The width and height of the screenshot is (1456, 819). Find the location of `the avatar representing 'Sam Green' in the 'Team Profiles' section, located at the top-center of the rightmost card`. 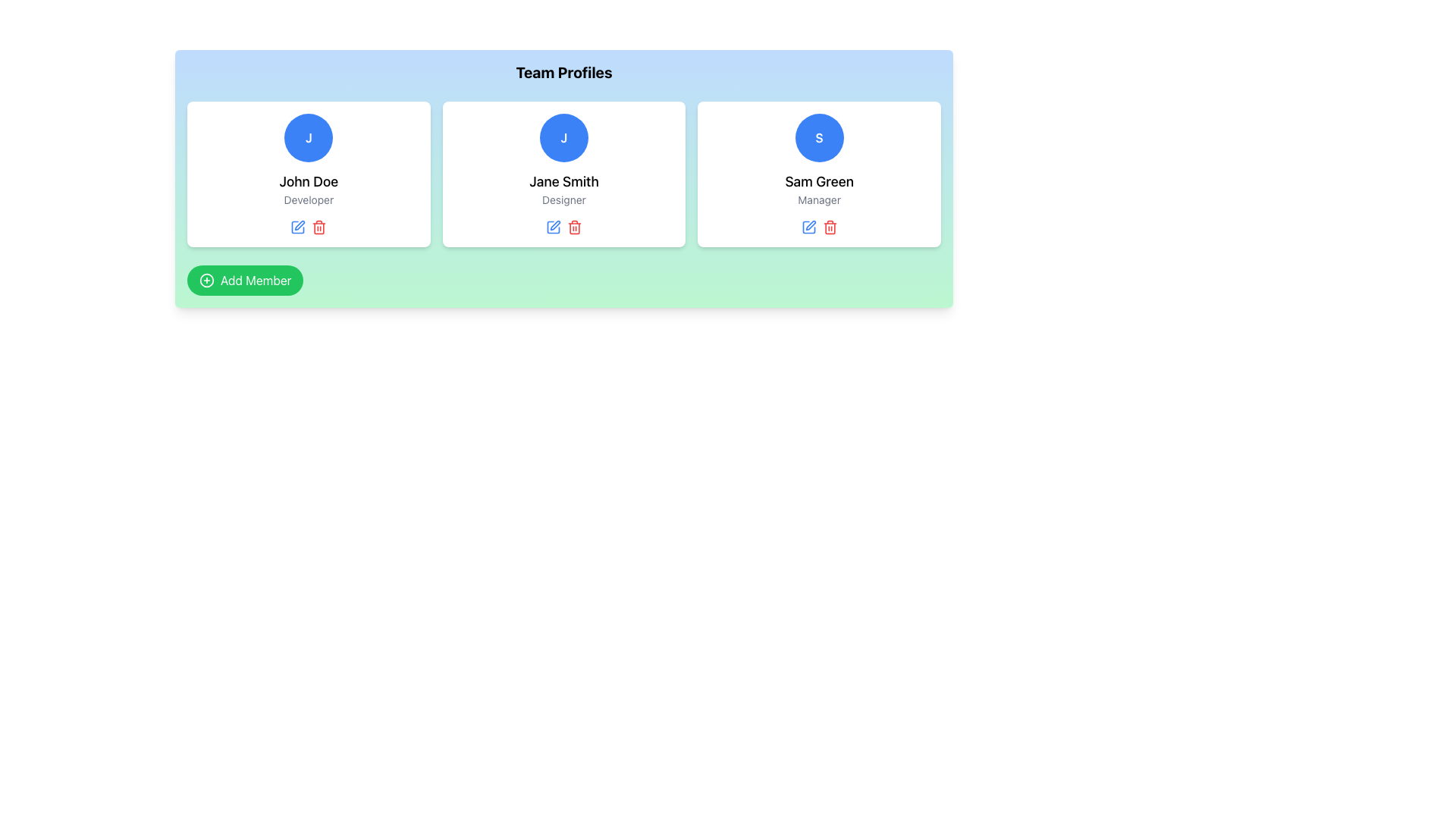

the avatar representing 'Sam Green' in the 'Team Profiles' section, located at the top-center of the rightmost card is located at coordinates (818, 137).